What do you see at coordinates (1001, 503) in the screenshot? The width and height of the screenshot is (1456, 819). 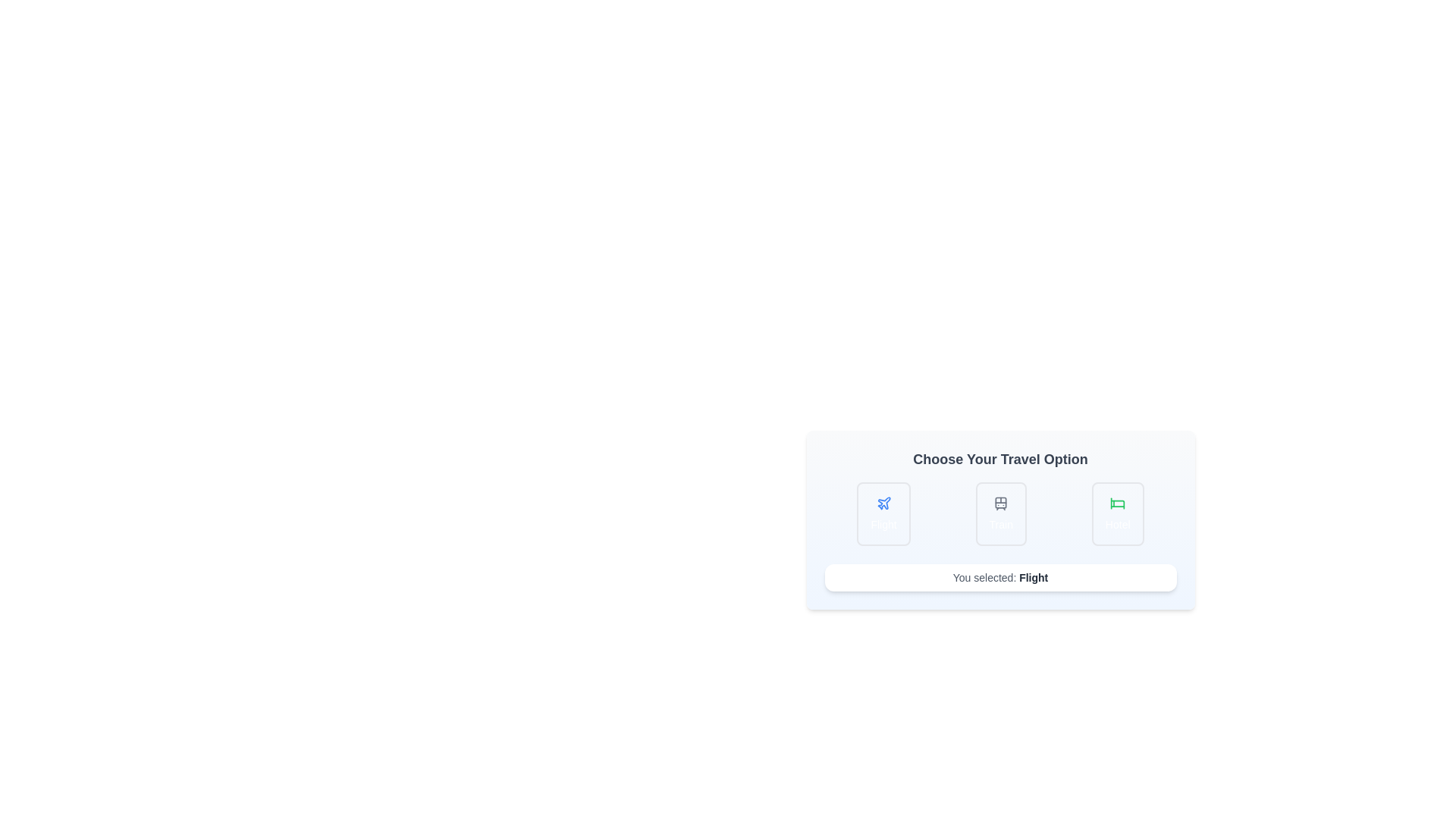 I see `the 'Train' travel option icon, which is the primary icon at the top of the 'Train' option card` at bounding box center [1001, 503].